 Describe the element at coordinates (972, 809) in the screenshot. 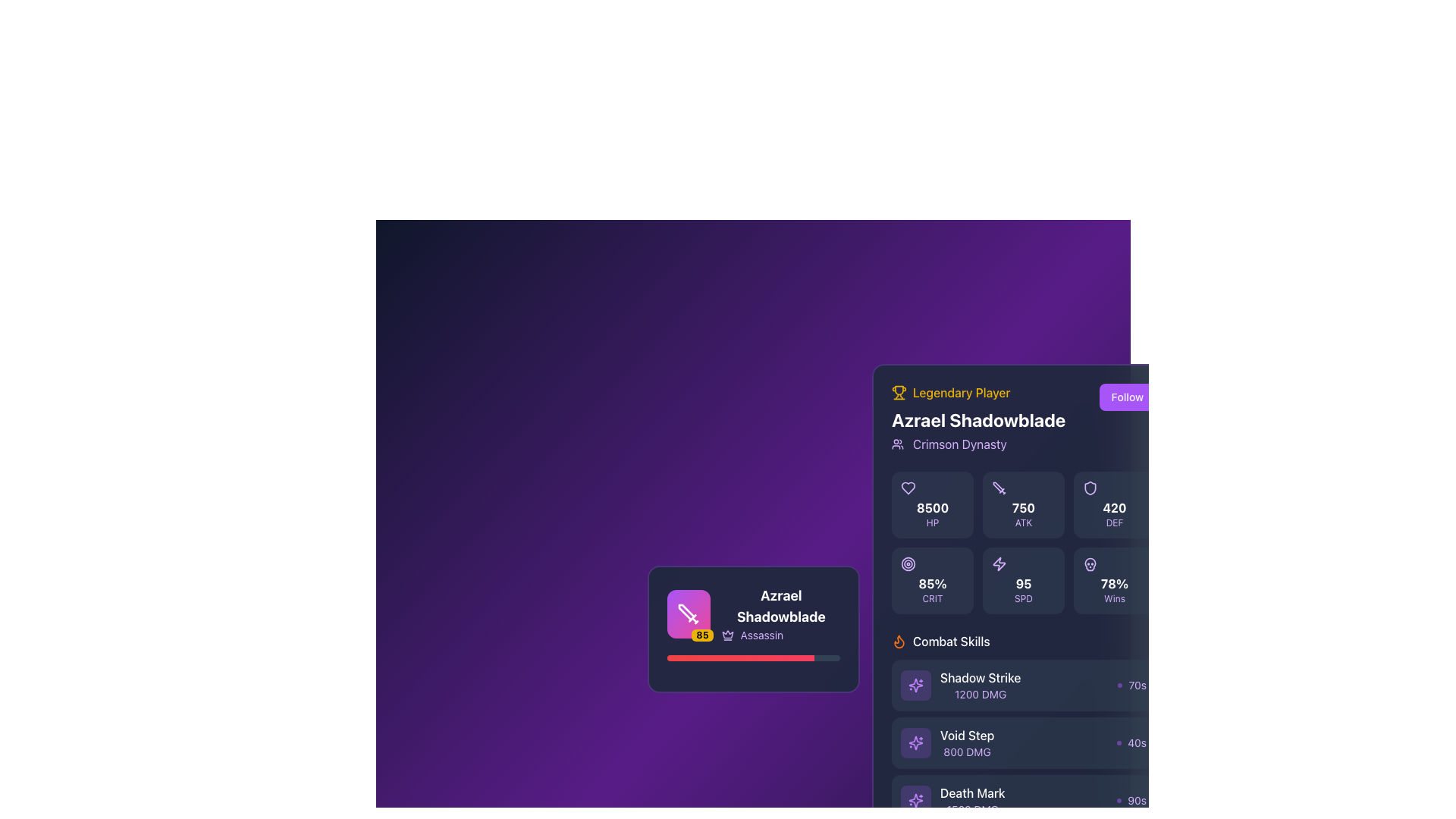

I see `the text label displaying '1500 DMG', which is styled in purple and located below the 'Death Mark' label in the skill section` at that location.